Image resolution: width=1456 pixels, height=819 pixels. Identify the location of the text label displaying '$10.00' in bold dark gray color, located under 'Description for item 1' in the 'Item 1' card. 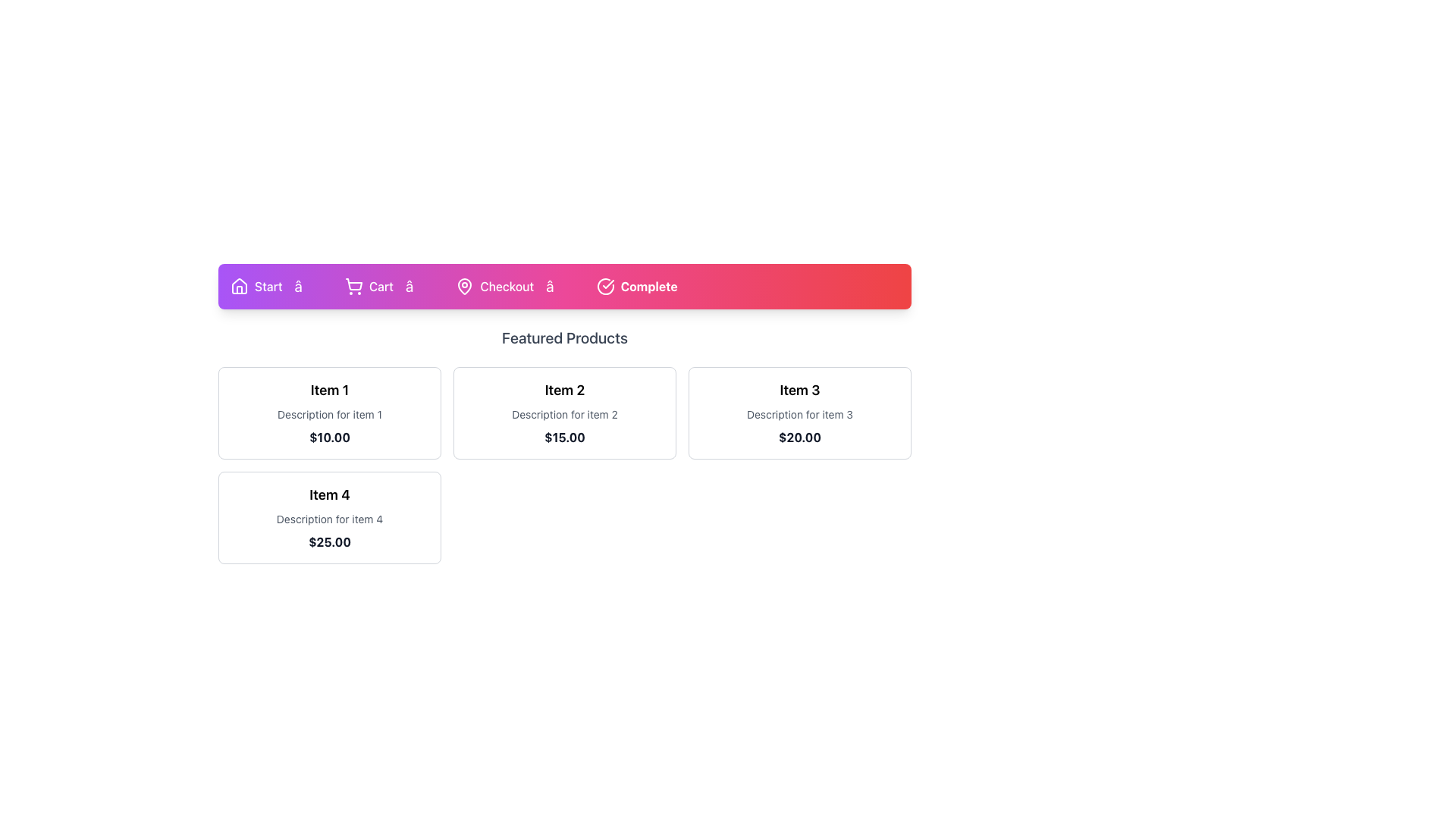
(329, 438).